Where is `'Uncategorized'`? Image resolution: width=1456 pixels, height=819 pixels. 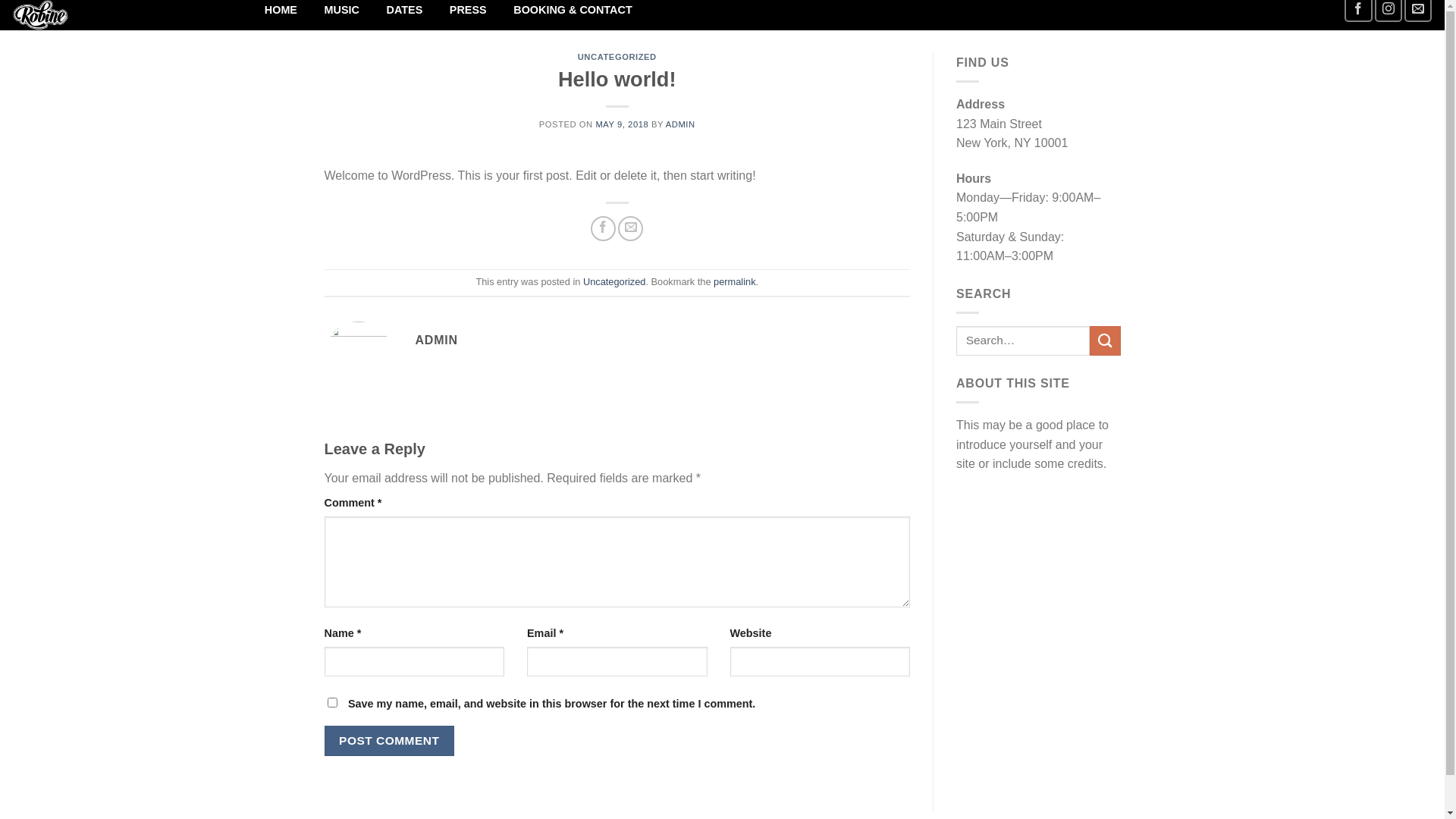 'Uncategorized' is located at coordinates (614, 281).